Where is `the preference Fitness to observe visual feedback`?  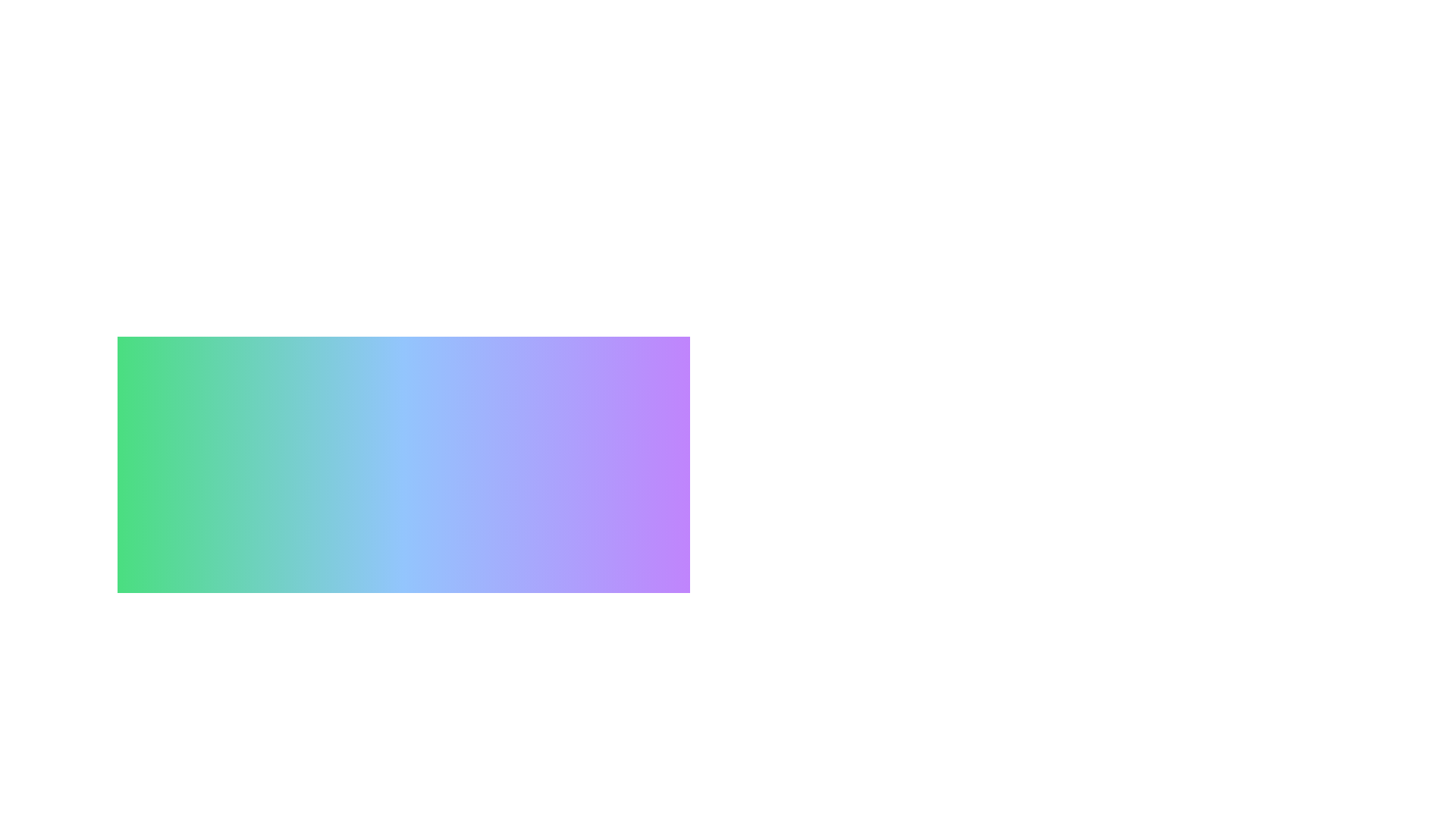
the preference Fitness to observe visual feedback is located at coordinates (287, 795).